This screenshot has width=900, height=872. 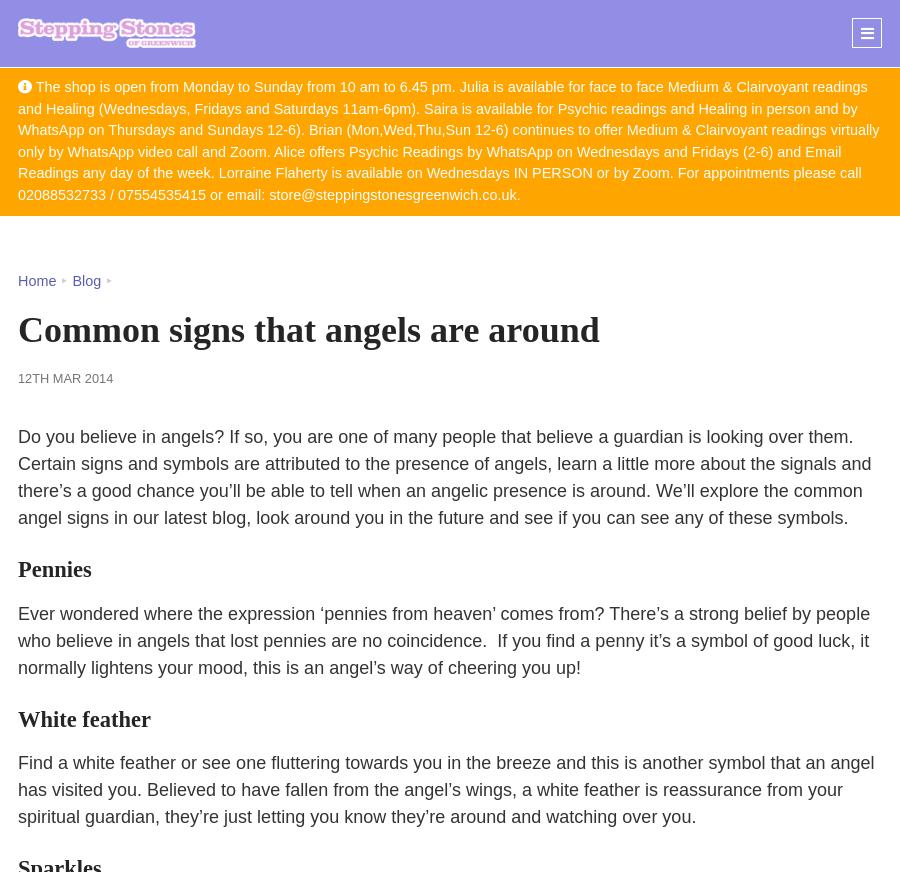 I want to click on '12th Mar 2014', so click(x=64, y=378).